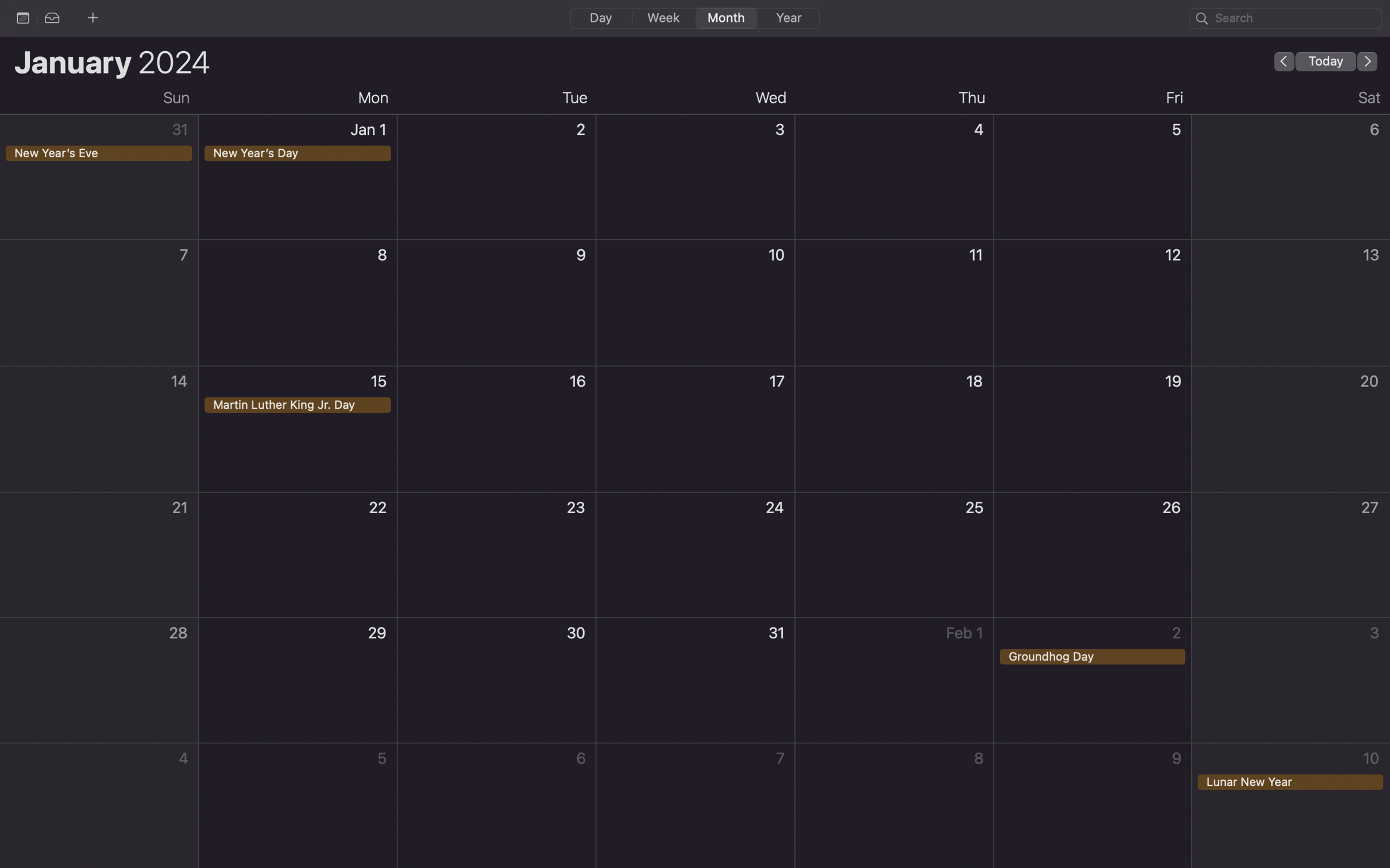  I want to click on Schedule an event on 22nd January, so click(298, 555).